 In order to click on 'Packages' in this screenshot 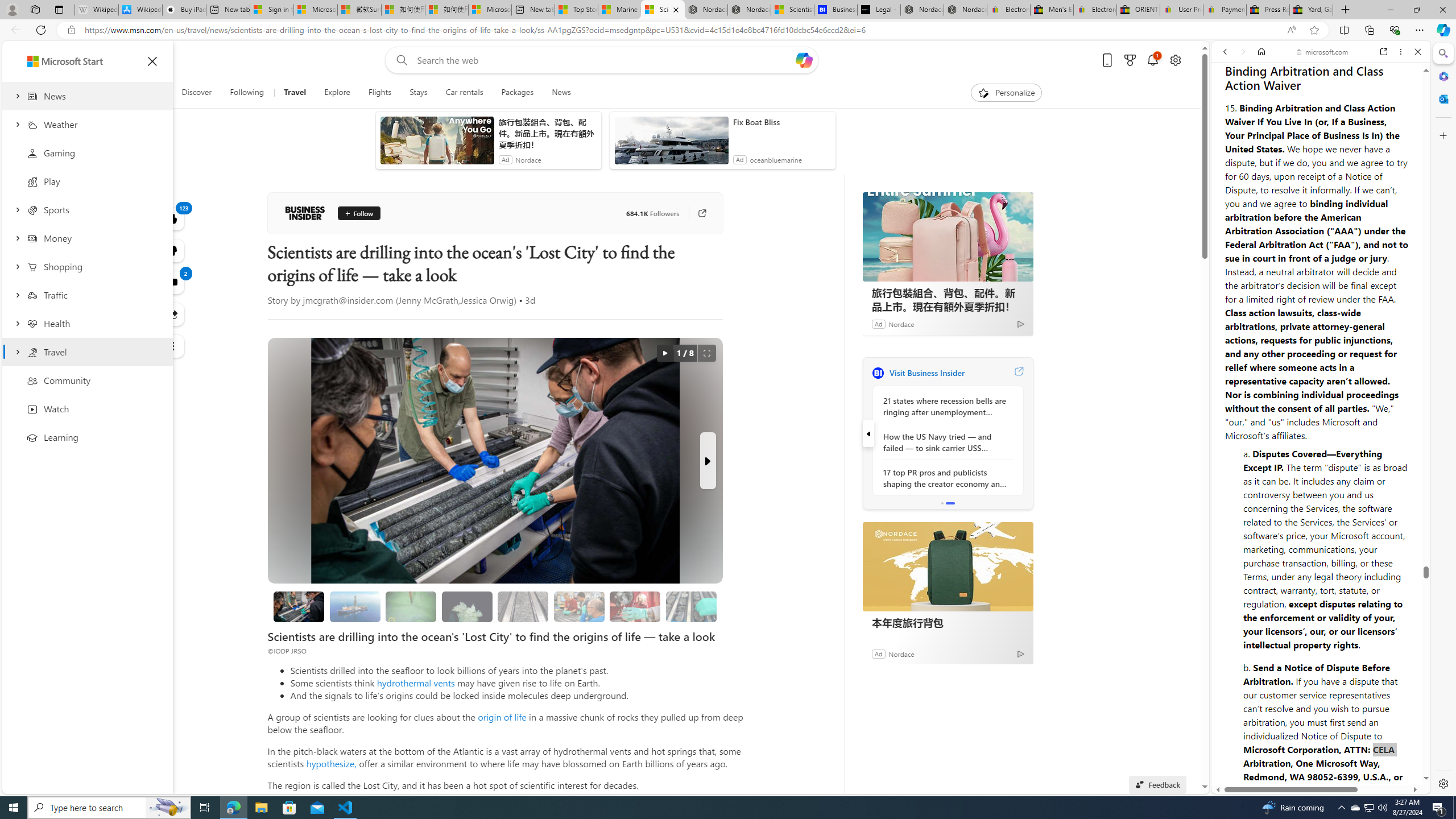, I will do `click(517, 92)`.